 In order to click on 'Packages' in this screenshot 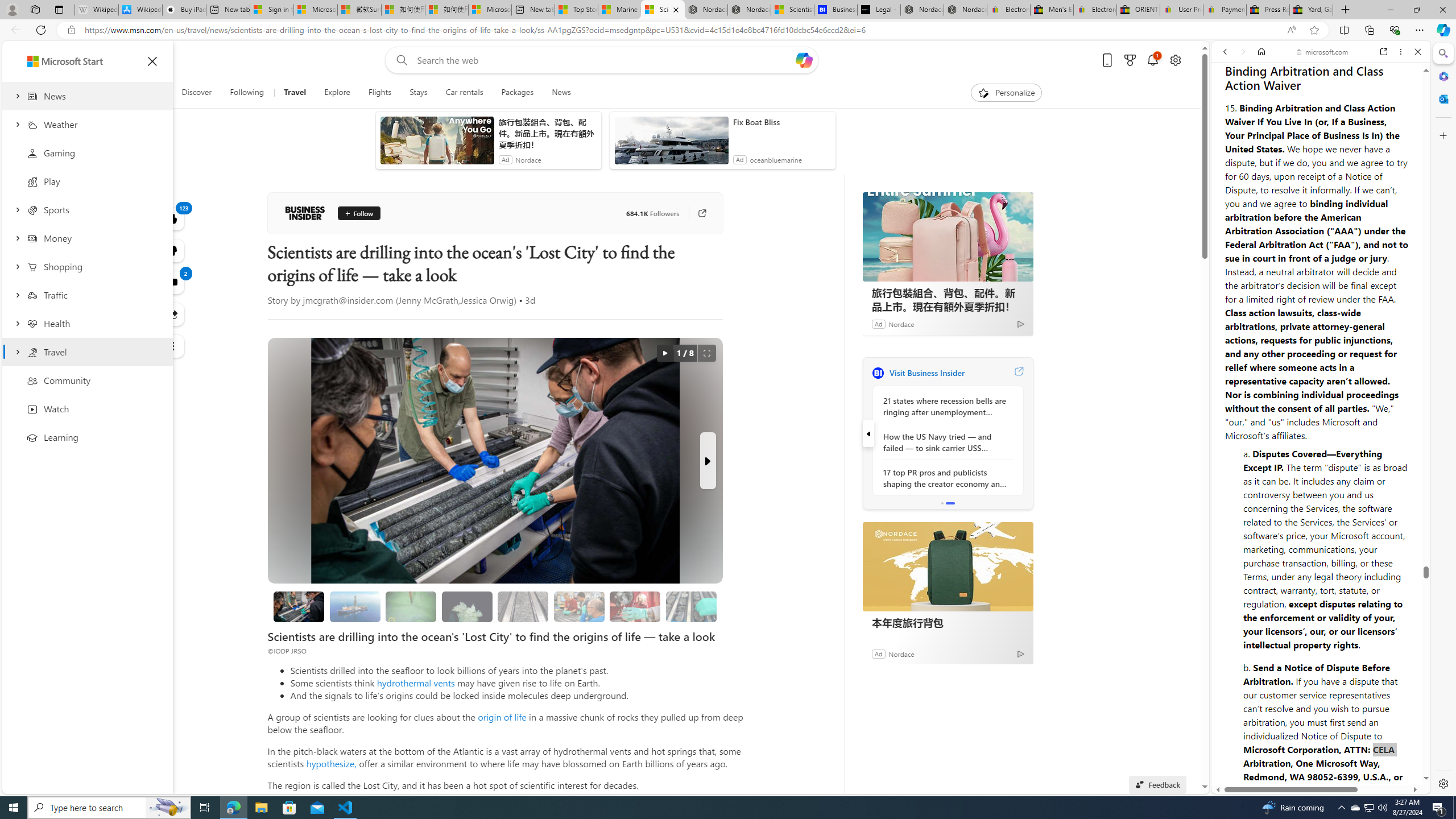, I will do `click(517, 92)`.